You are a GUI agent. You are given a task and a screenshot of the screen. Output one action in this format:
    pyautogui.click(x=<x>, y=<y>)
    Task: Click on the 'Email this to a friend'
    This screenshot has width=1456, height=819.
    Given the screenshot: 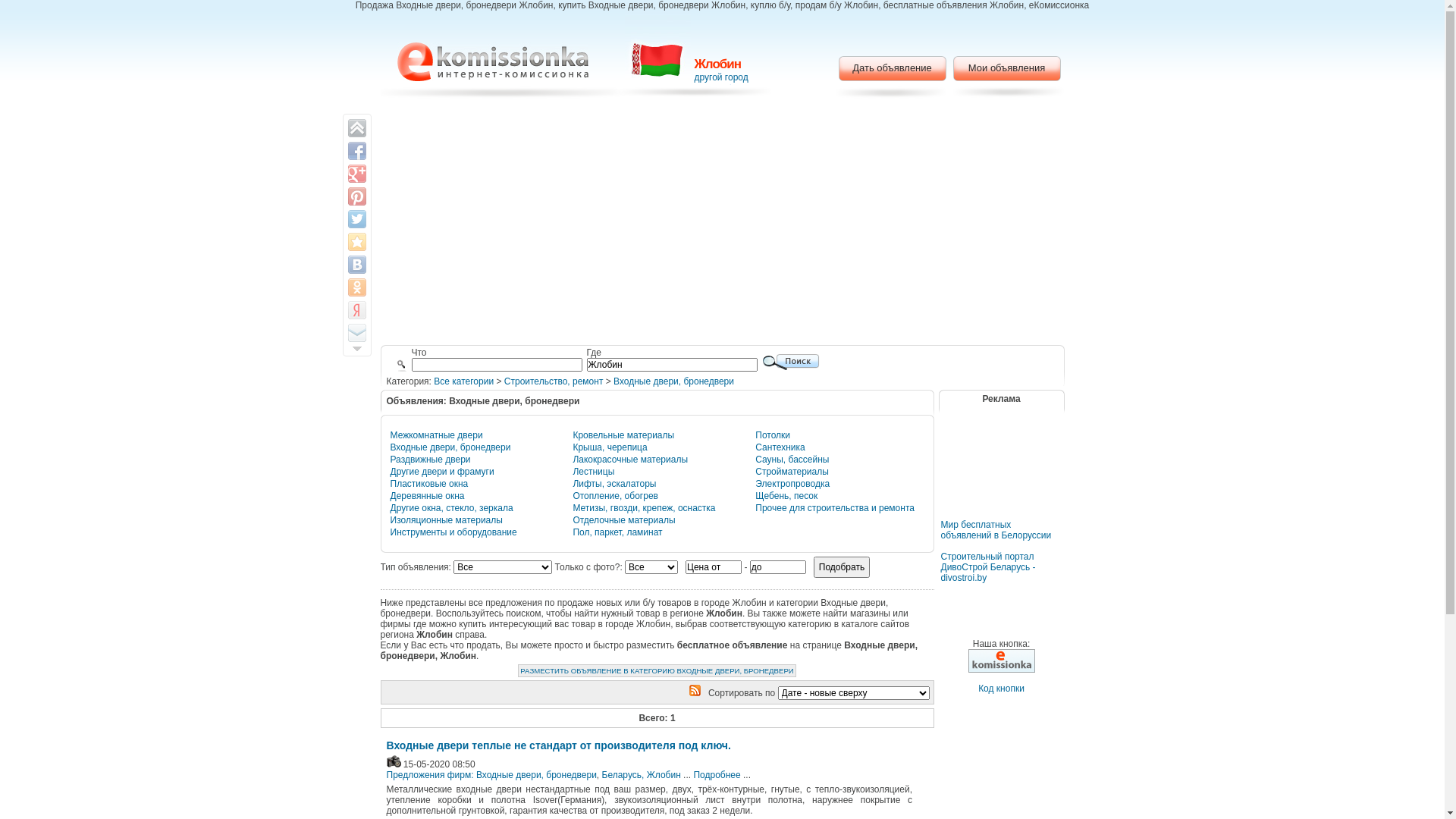 What is the action you would take?
    pyautogui.click(x=346, y=332)
    